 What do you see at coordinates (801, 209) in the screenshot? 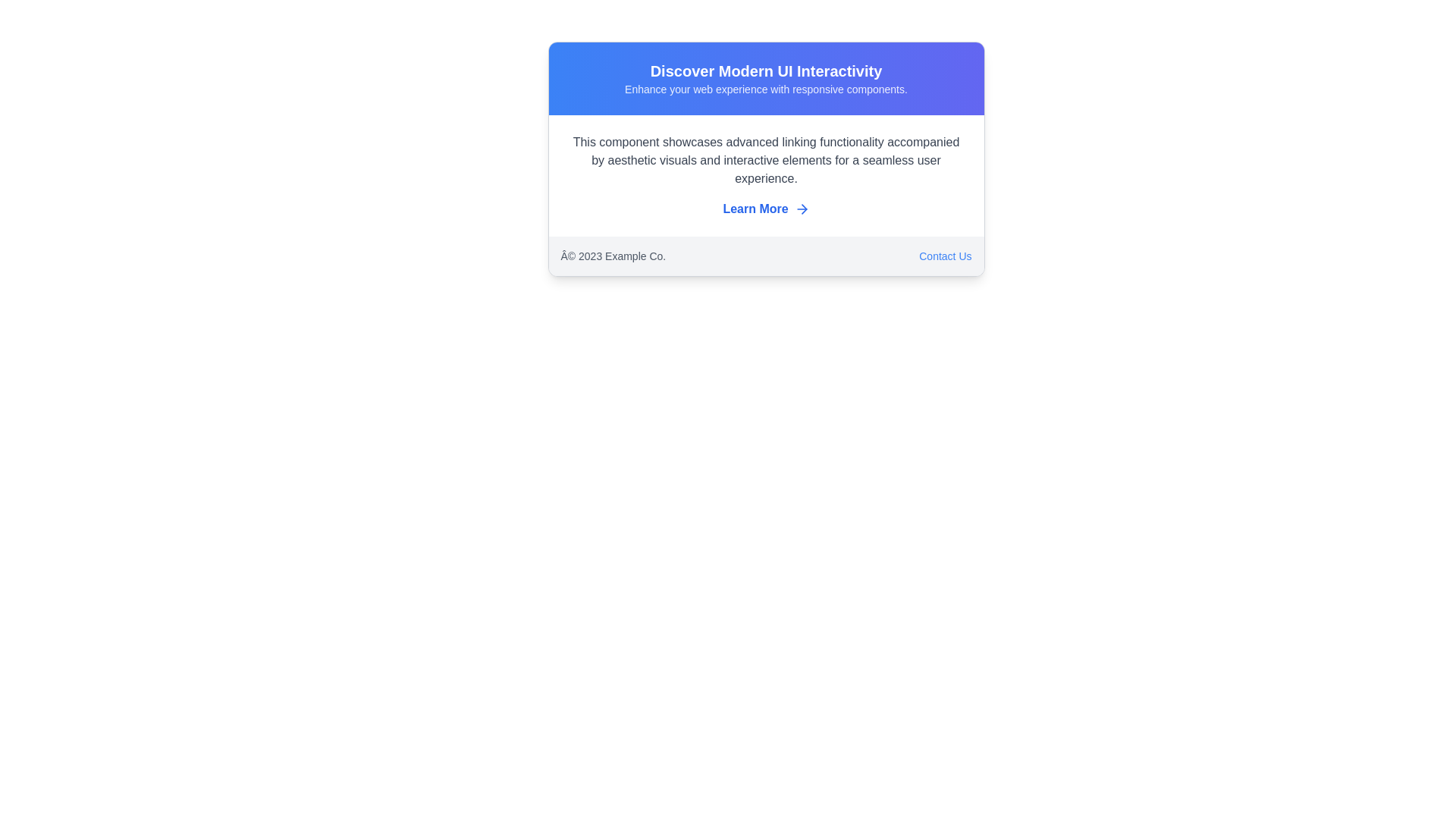
I see `the rightward-pointing arrow icon styled as an SVG graphic, which is located to the immediate right of the 'Learn More' text link` at bounding box center [801, 209].